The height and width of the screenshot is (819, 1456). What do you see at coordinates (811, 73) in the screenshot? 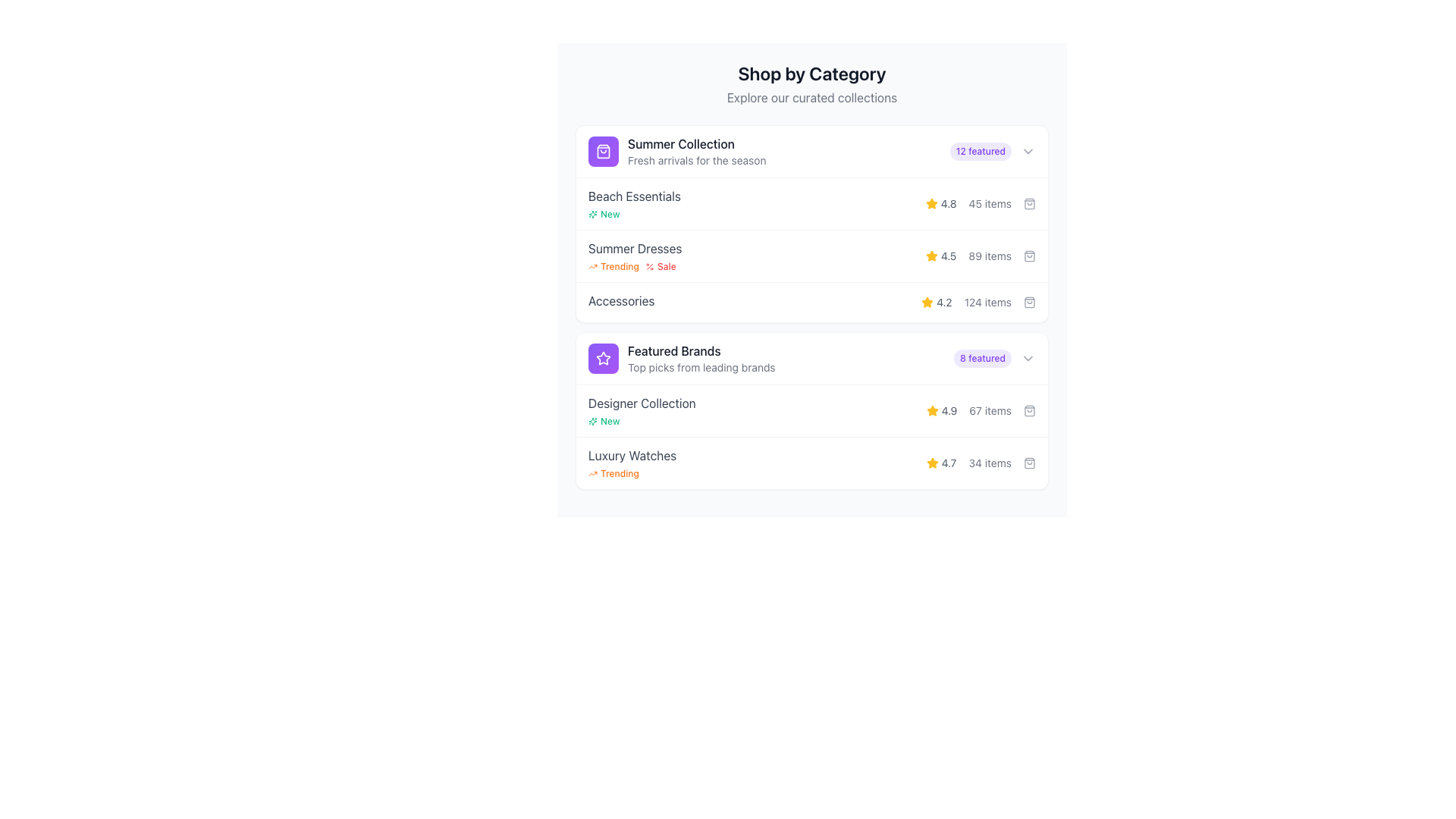
I see `the static text header displaying 'Shop by Category', which is styled in a bold, large font and located at the top center of its section` at bounding box center [811, 73].